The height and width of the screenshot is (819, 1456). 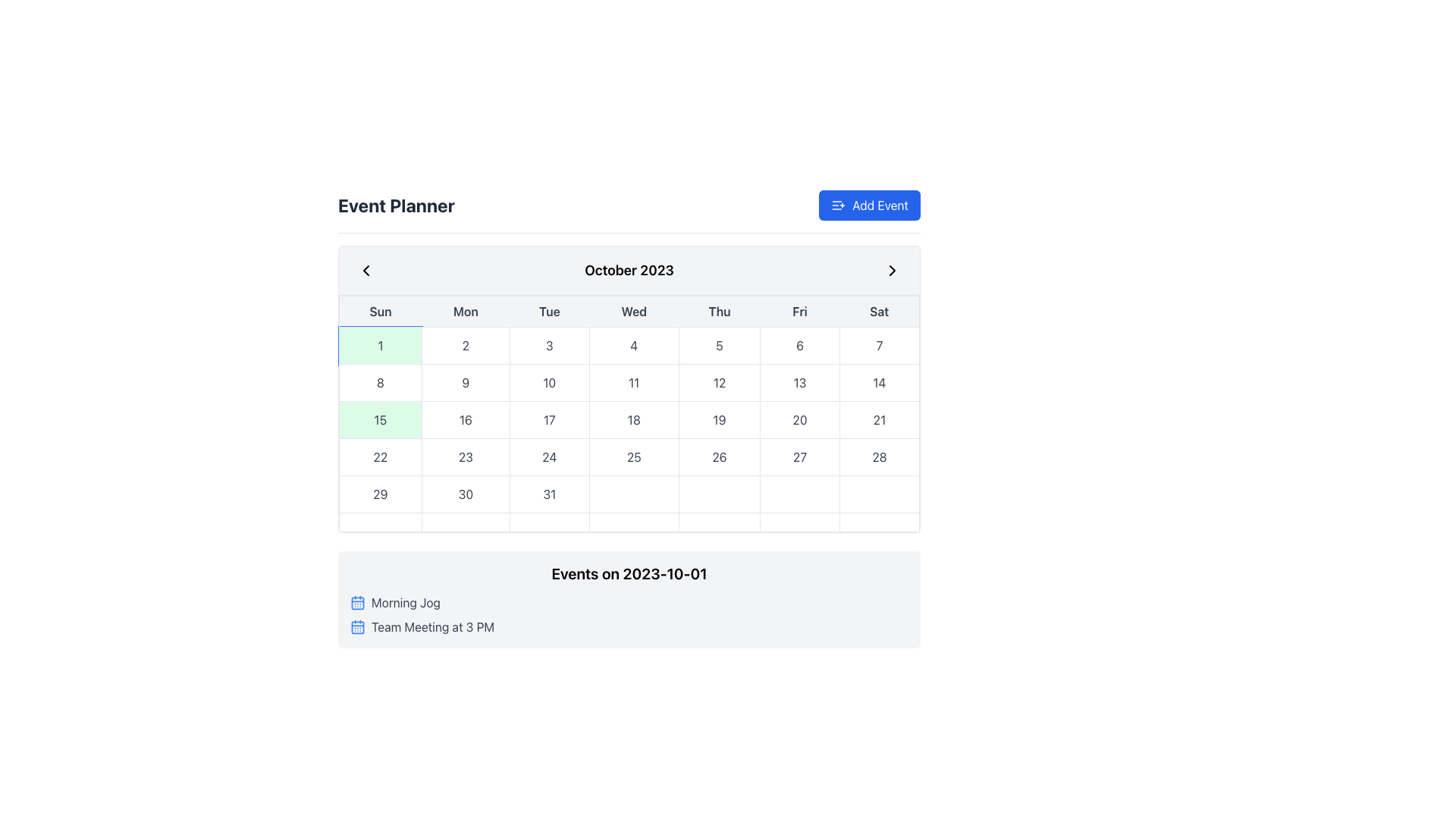 I want to click on the left navigation button icon in the calendar interface to potentially see a tooltip, so click(x=366, y=270).